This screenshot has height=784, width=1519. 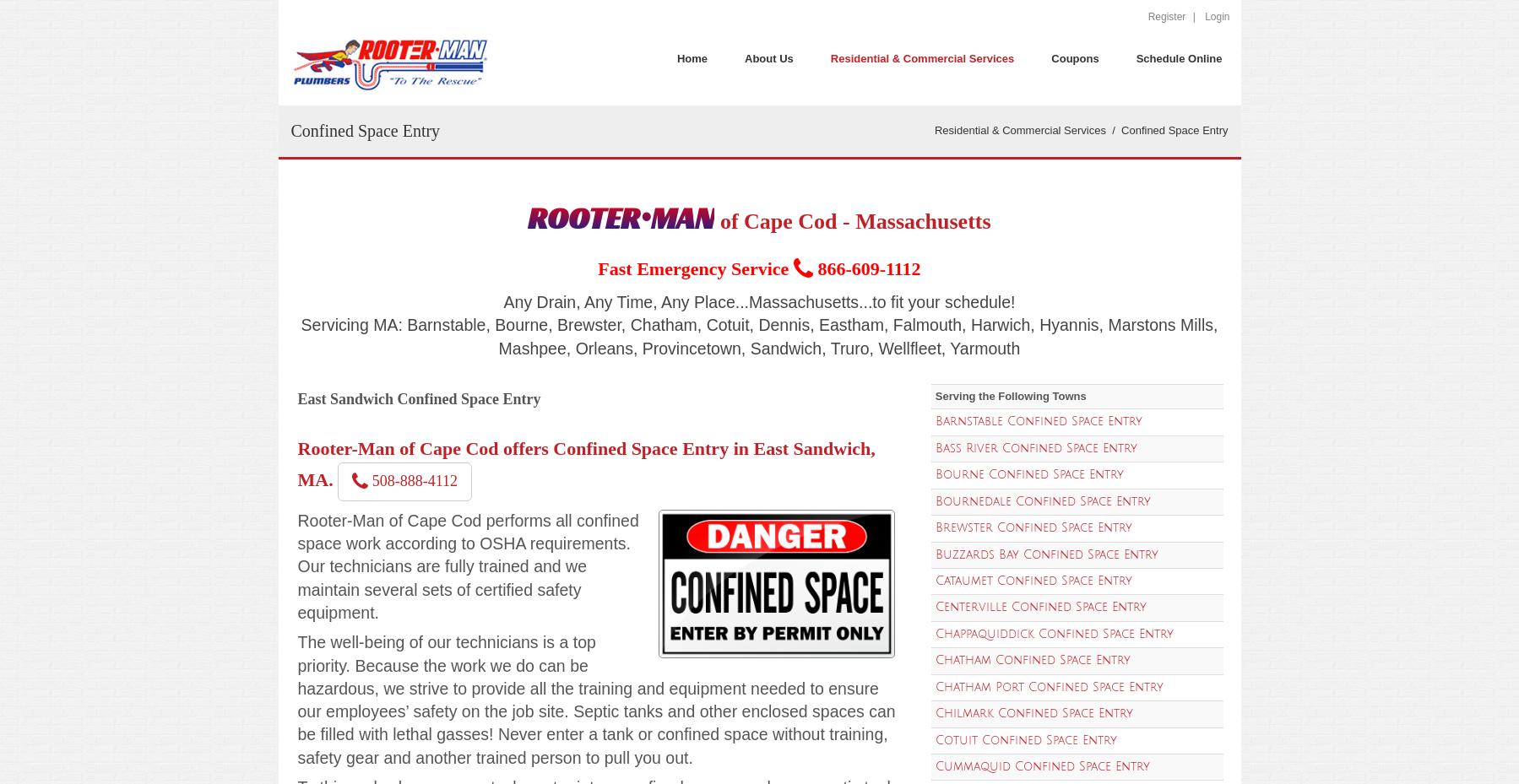 I want to click on 'Rooter-Man of Cape Cod offers Confined Space Entry in East Sandwich, MA.', so click(x=586, y=463).